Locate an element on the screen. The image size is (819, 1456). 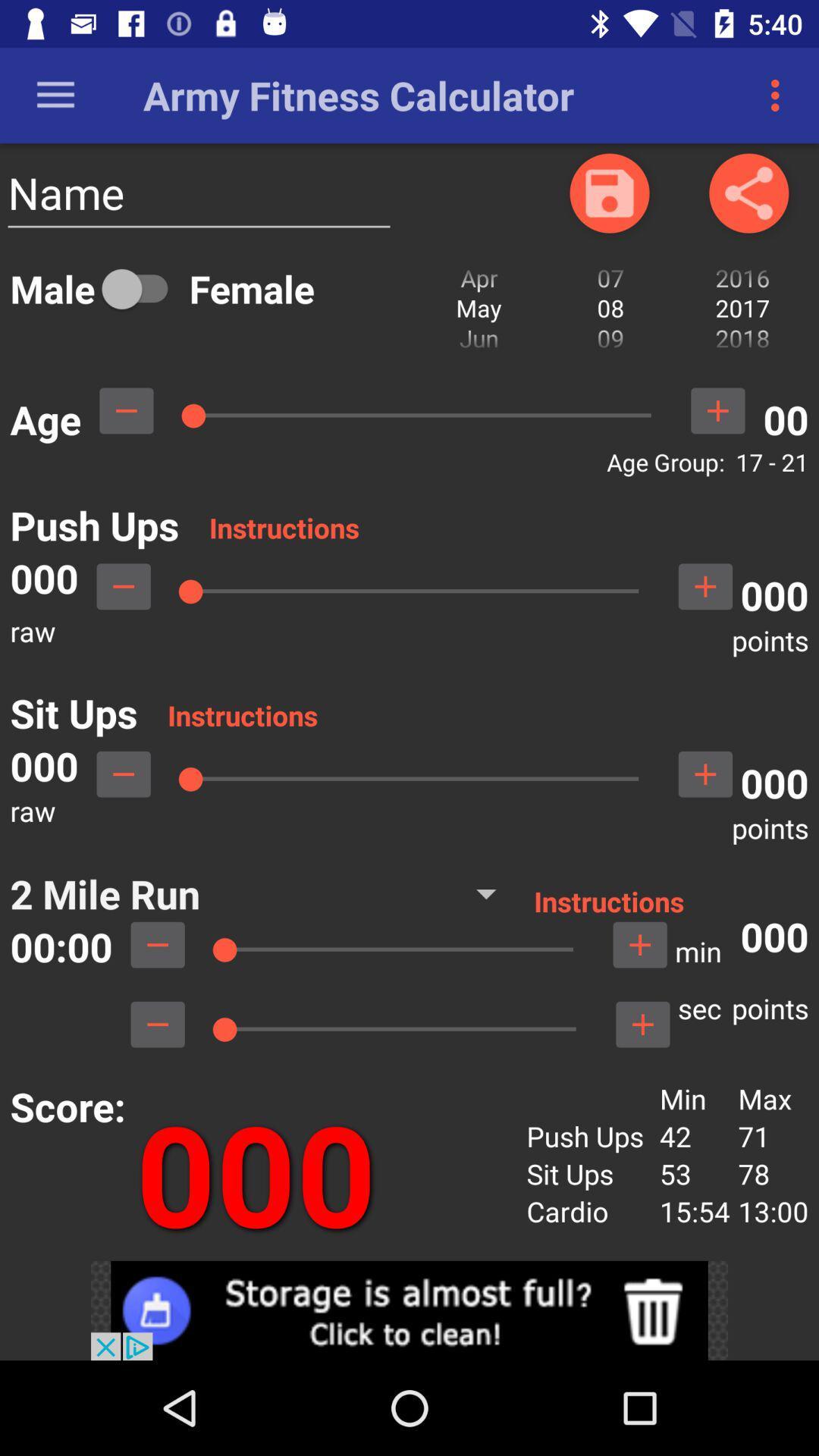
gender is located at coordinates (142, 288).